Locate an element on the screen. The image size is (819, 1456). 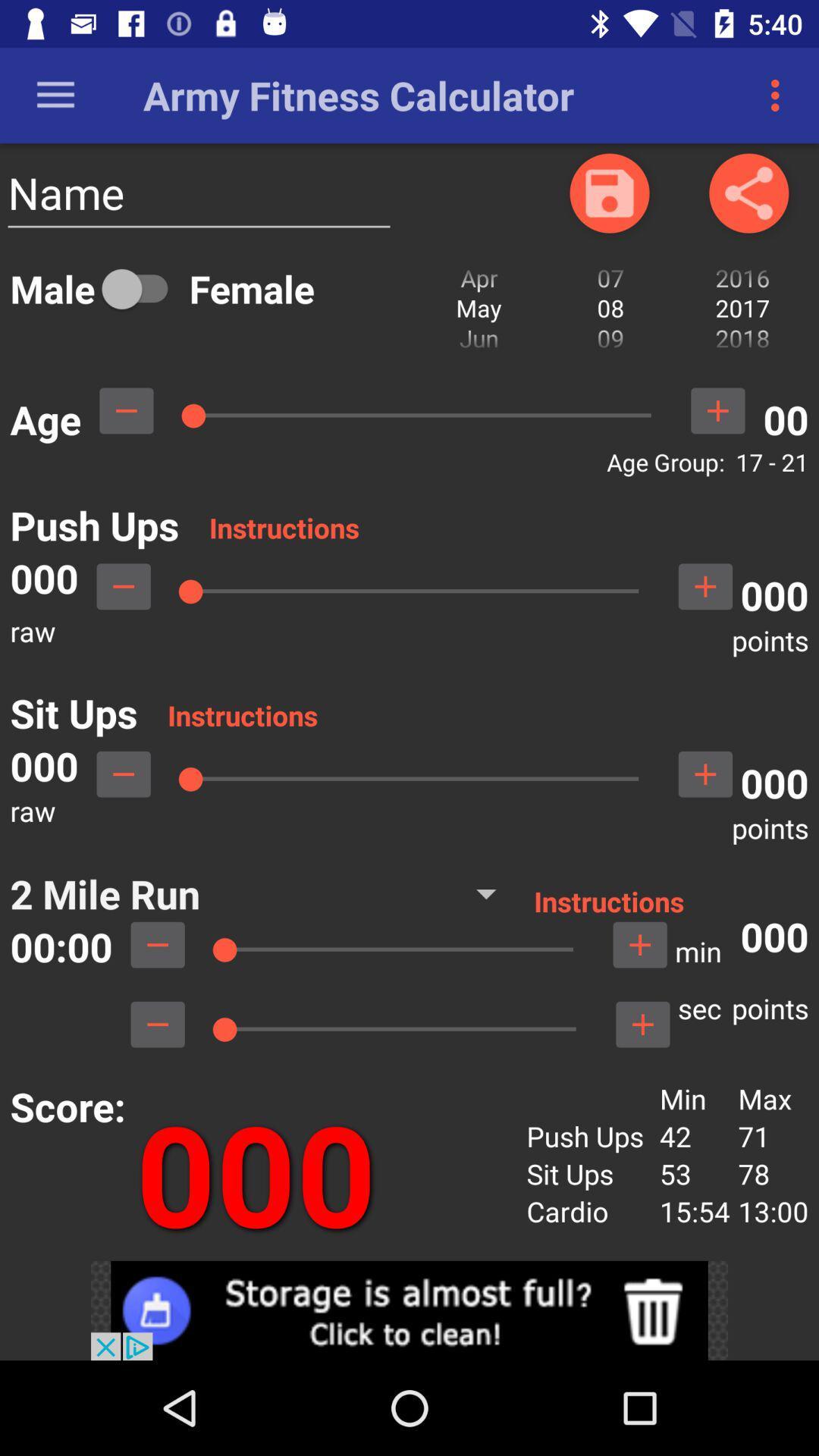
gender is located at coordinates (142, 288).